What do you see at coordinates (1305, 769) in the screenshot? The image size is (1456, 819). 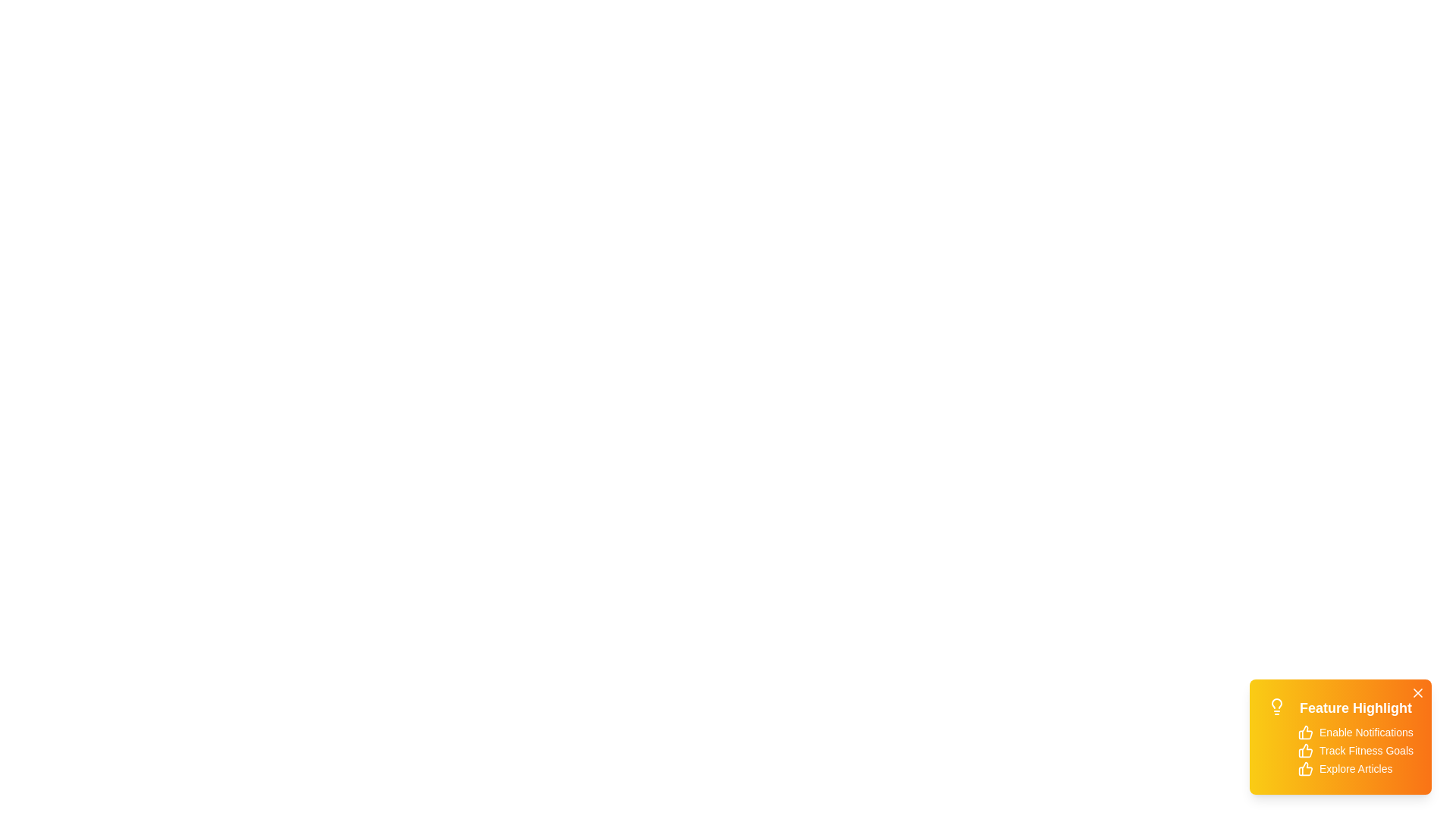 I see `the suggestion Explore Articles to view its tooltip or effect` at bounding box center [1305, 769].